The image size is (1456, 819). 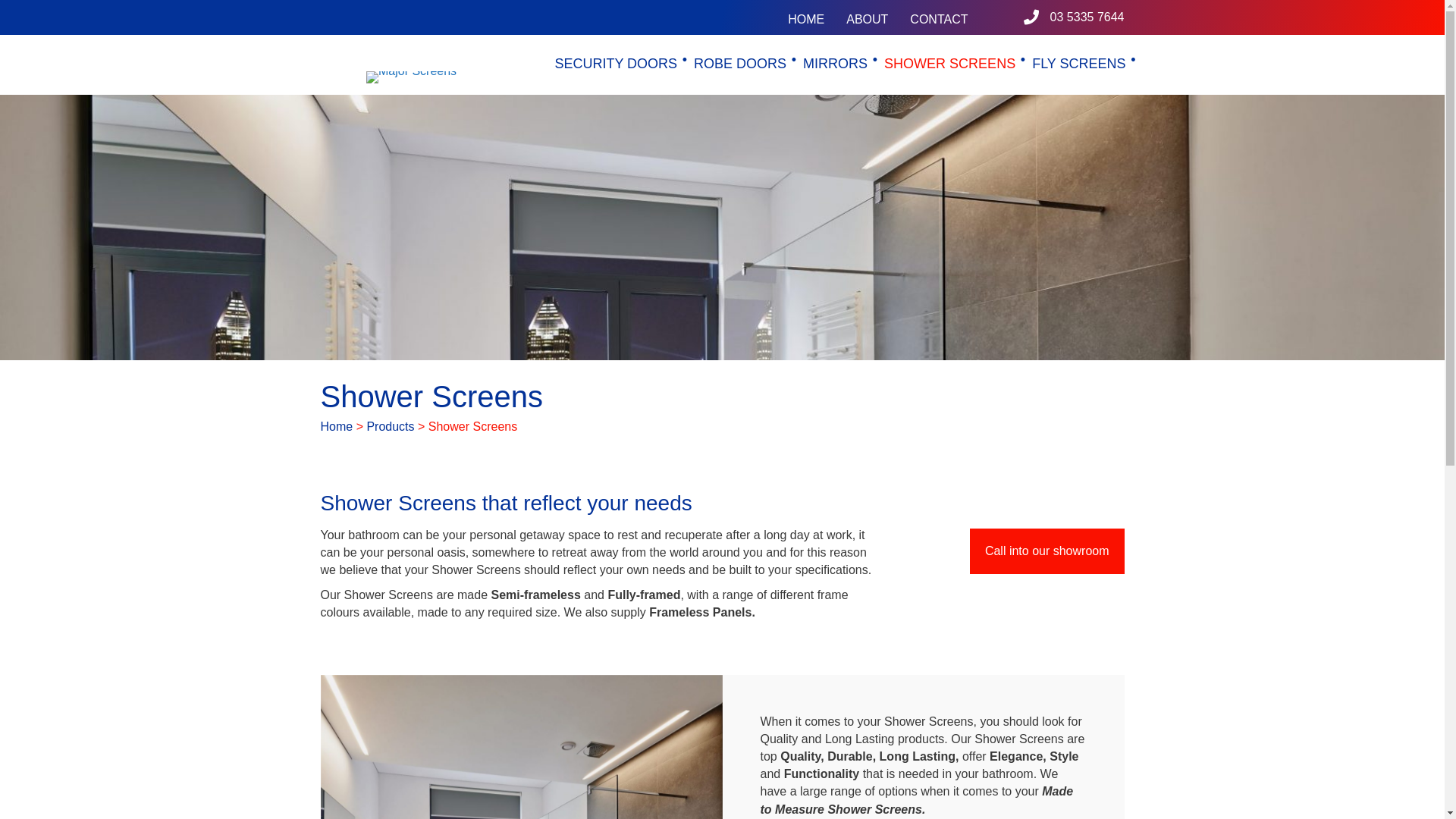 What do you see at coordinates (948, 62) in the screenshot?
I see `'SHOWER SCREENS'` at bounding box center [948, 62].